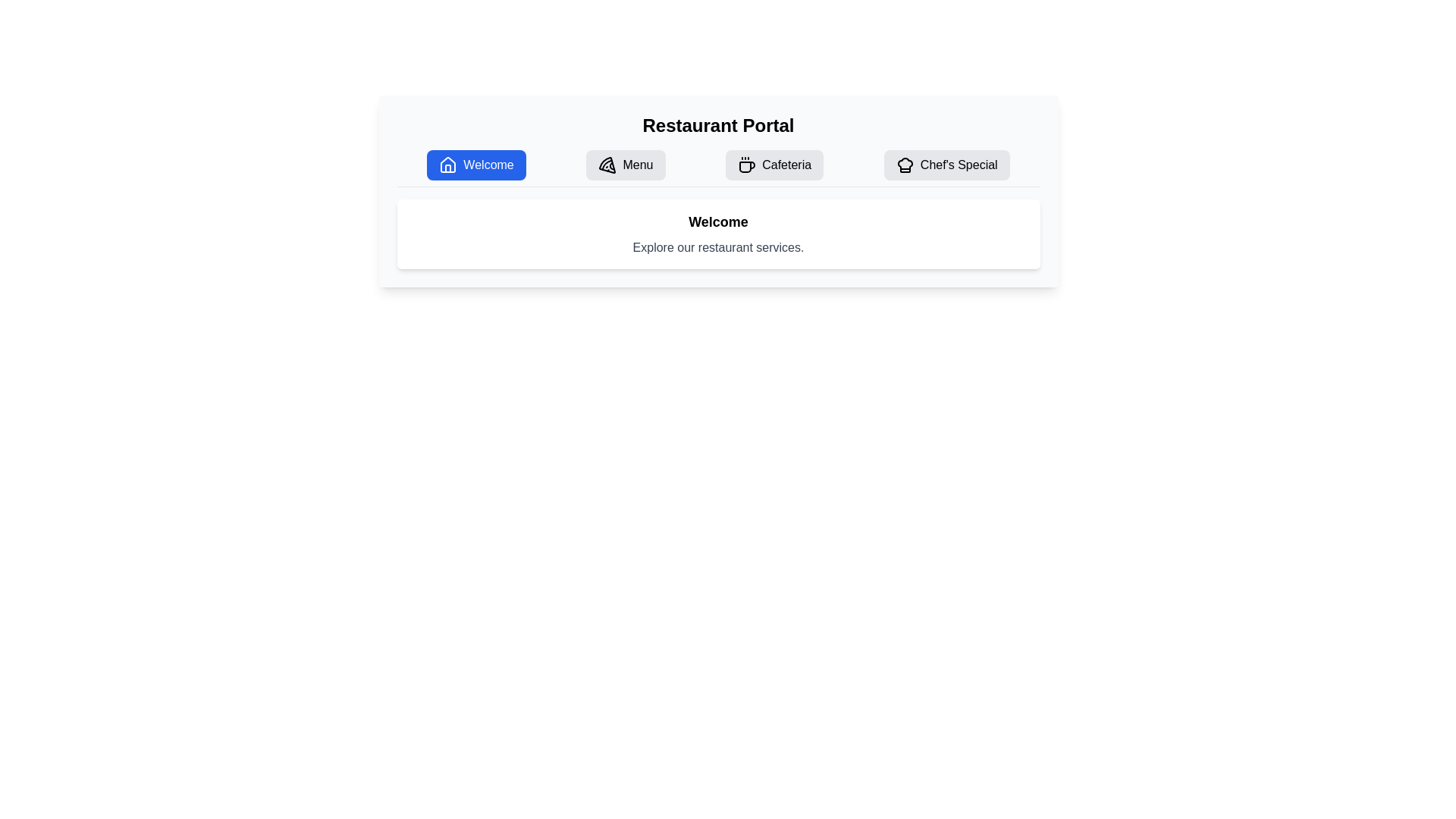 This screenshot has height=819, width=1456. I want to click on the text label that serves as a title for the second interactive option in the horizontally aligned menu bar, located between 'Welcome' on the left and 'Cafeteria' on the right, so click(638, 165).